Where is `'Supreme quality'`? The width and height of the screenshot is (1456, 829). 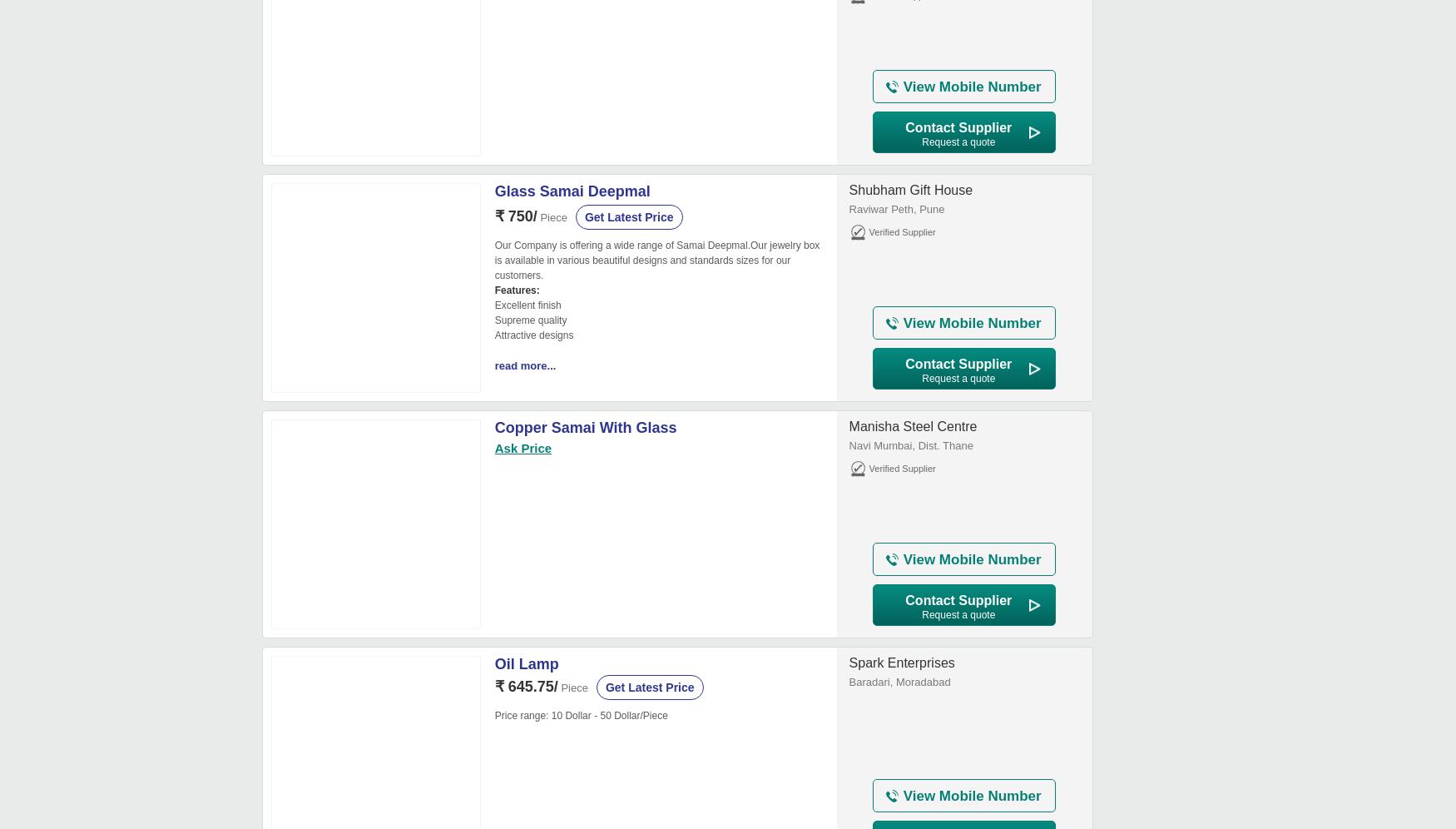 'Supreme quality' is located at coordinates (529, 319).